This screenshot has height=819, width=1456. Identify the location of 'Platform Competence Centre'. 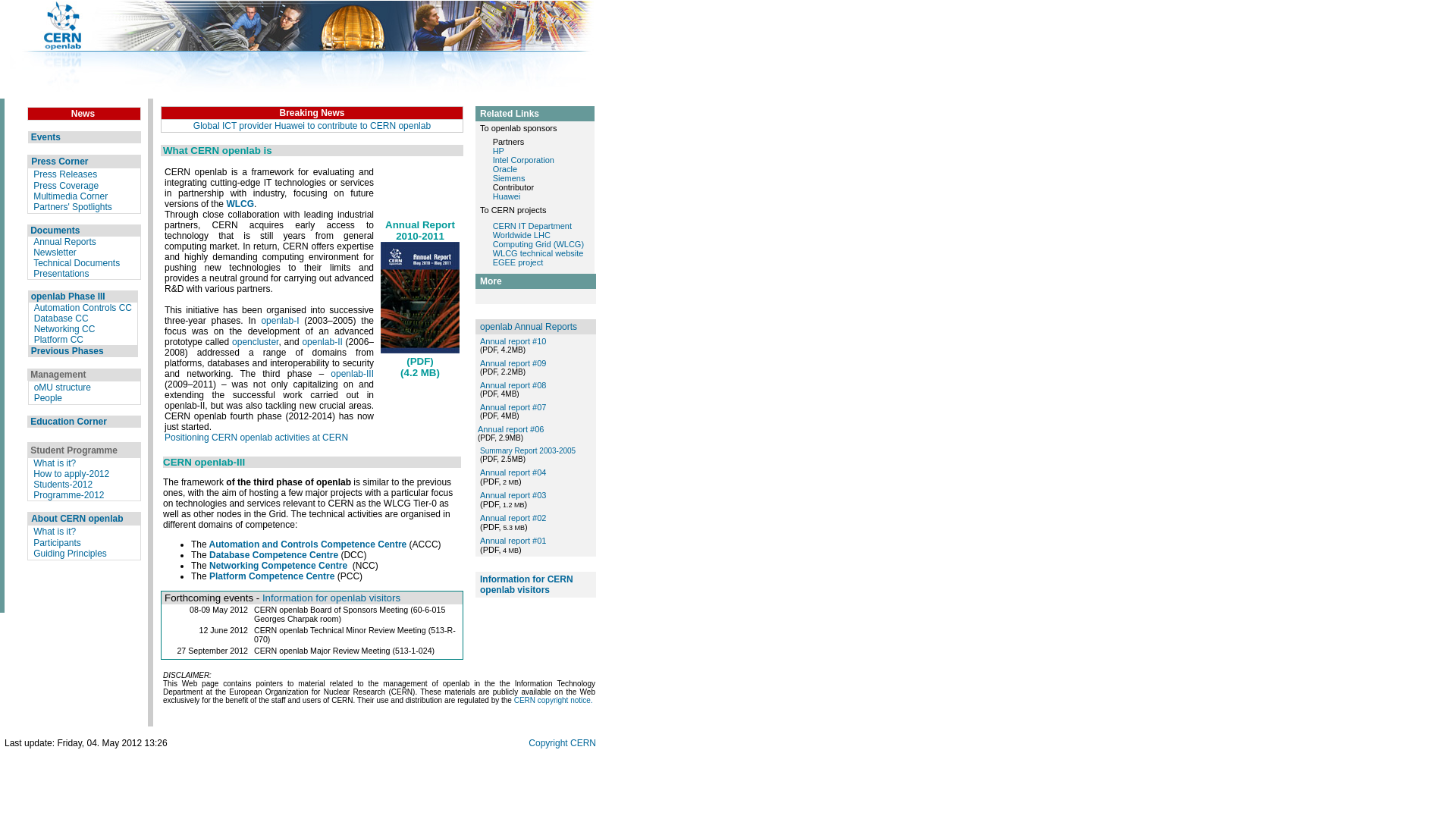
(271, 576).